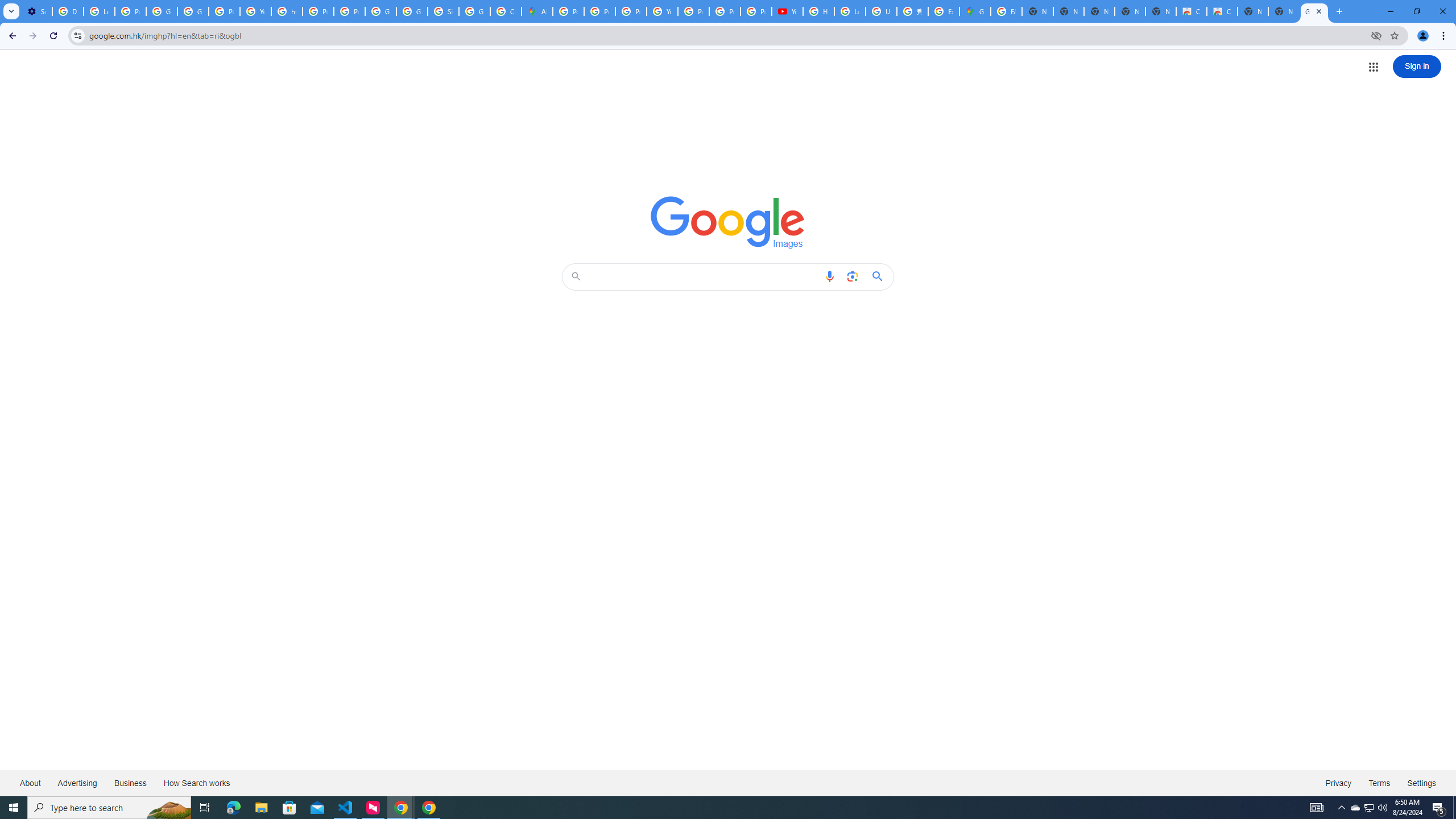 This screenshot has height=819, width=1456. What do you see at coordinates (661, 11) in the screenshot?
I see `'YouTube'` at bounding box center [661, 11].